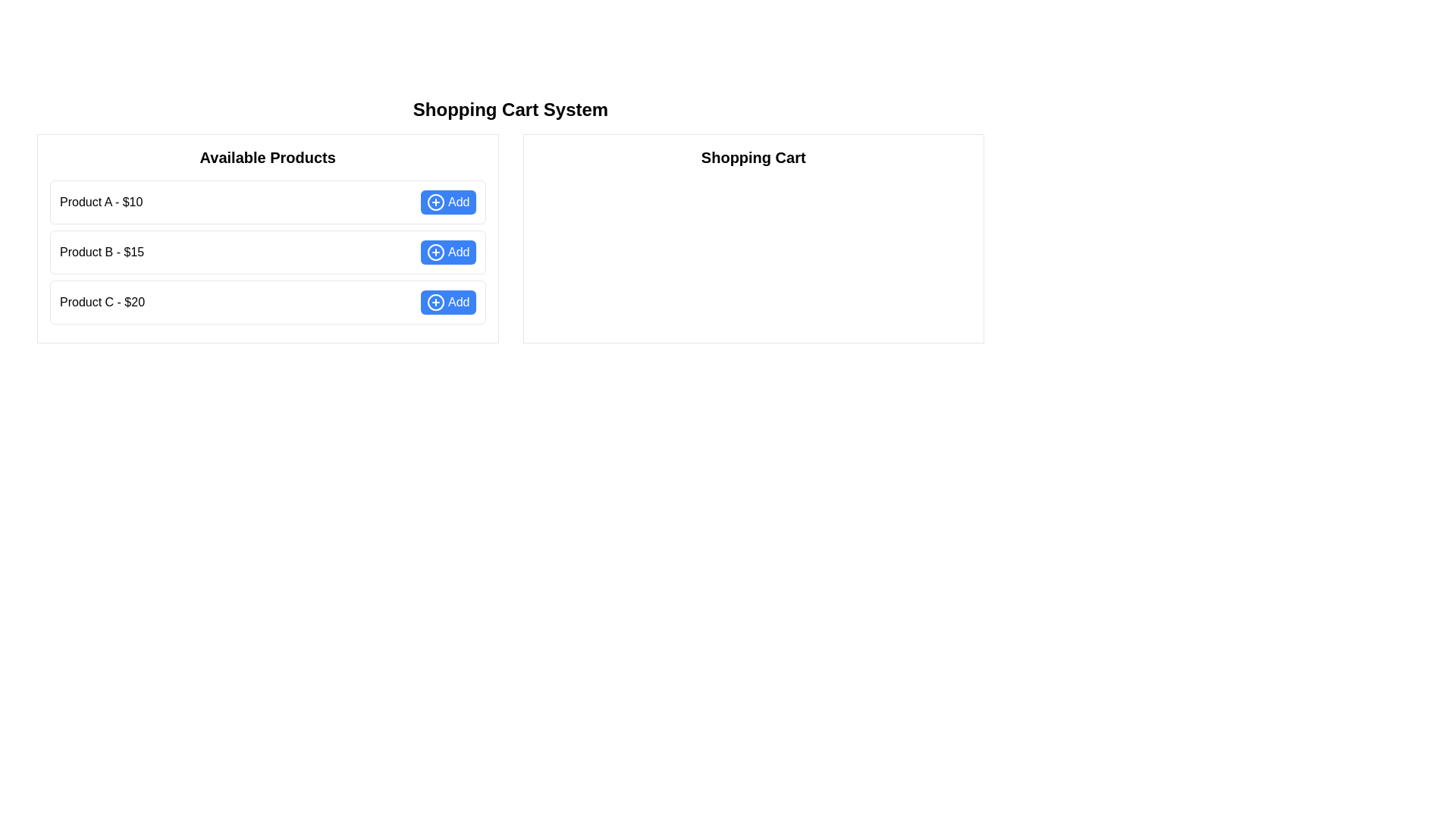 The image size is (1456, 819). I want to click on the state of the circle icon with a plus sign inside, which has a blue background and white outline, located at the left end of the 'Add' button for 'Product A' in the 'Available Products' list, so click(435, 201).